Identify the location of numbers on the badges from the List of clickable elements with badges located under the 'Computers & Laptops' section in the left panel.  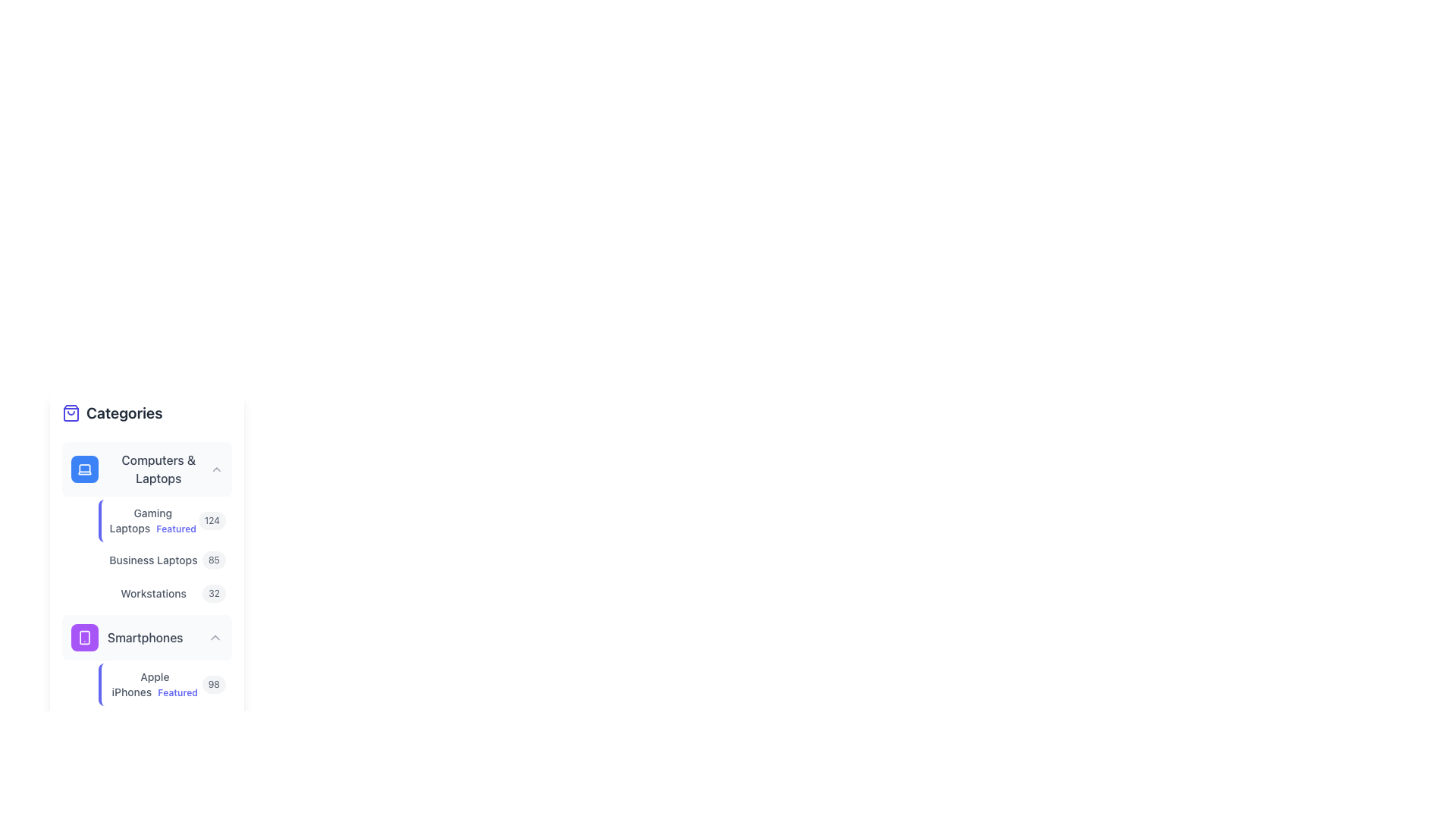
(165, 554).